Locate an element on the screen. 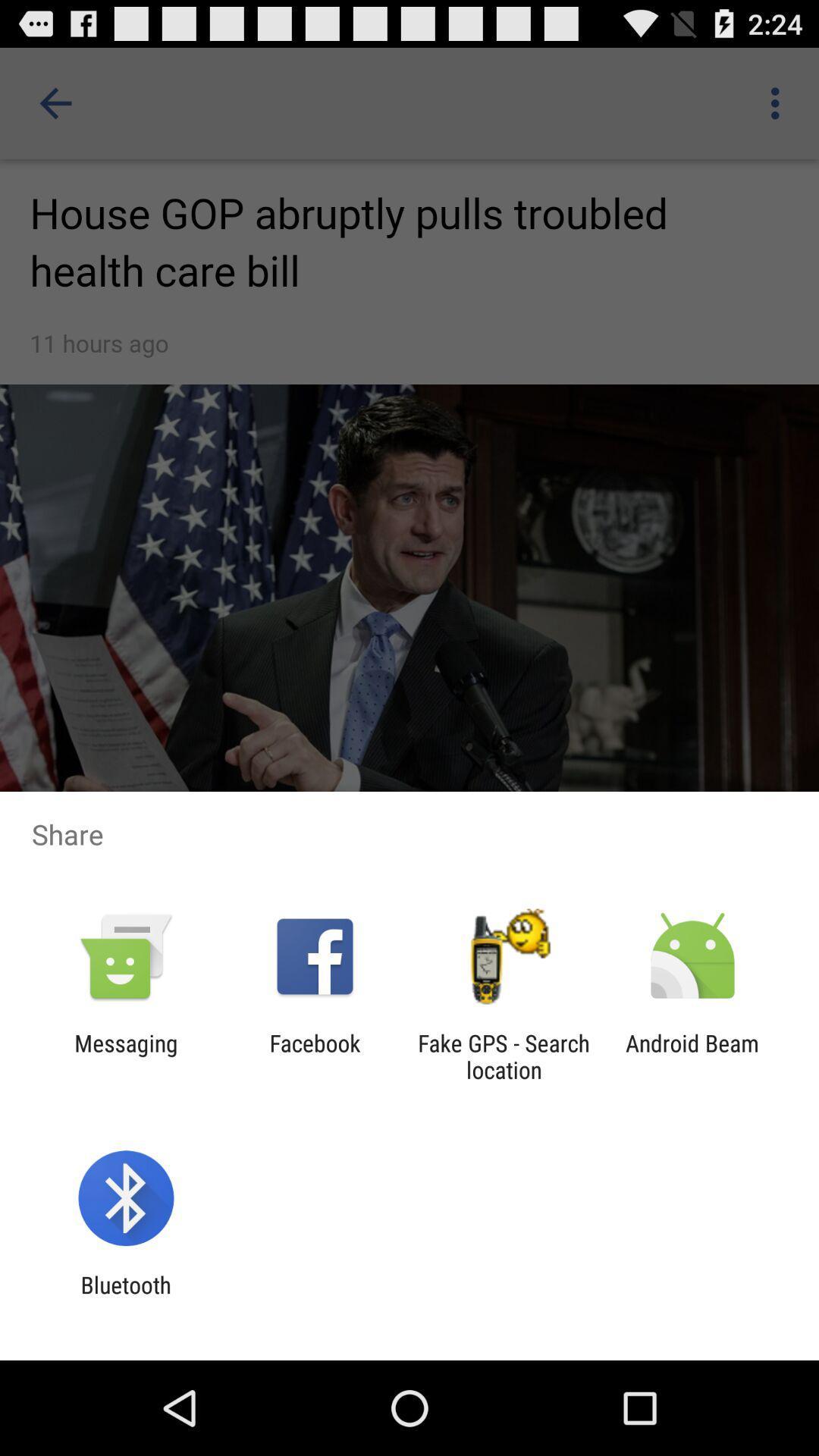  app to the left of fake gps search app is located at coordinates (314, 1056).